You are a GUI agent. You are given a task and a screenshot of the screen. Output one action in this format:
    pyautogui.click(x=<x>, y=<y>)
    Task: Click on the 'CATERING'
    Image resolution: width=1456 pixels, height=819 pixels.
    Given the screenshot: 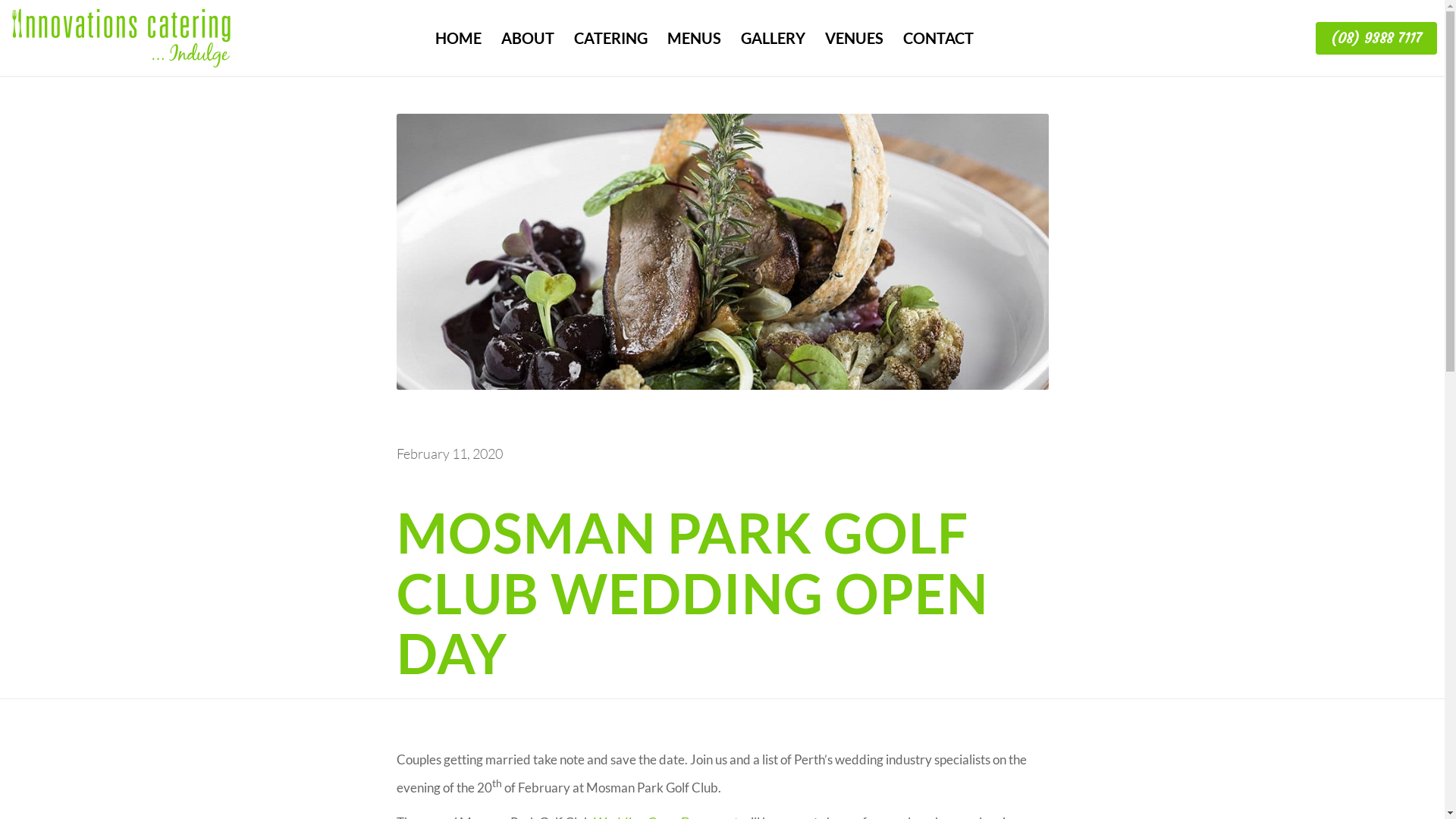 What is the action you would take?
    pyautogui.click(x=610, y=45)
    